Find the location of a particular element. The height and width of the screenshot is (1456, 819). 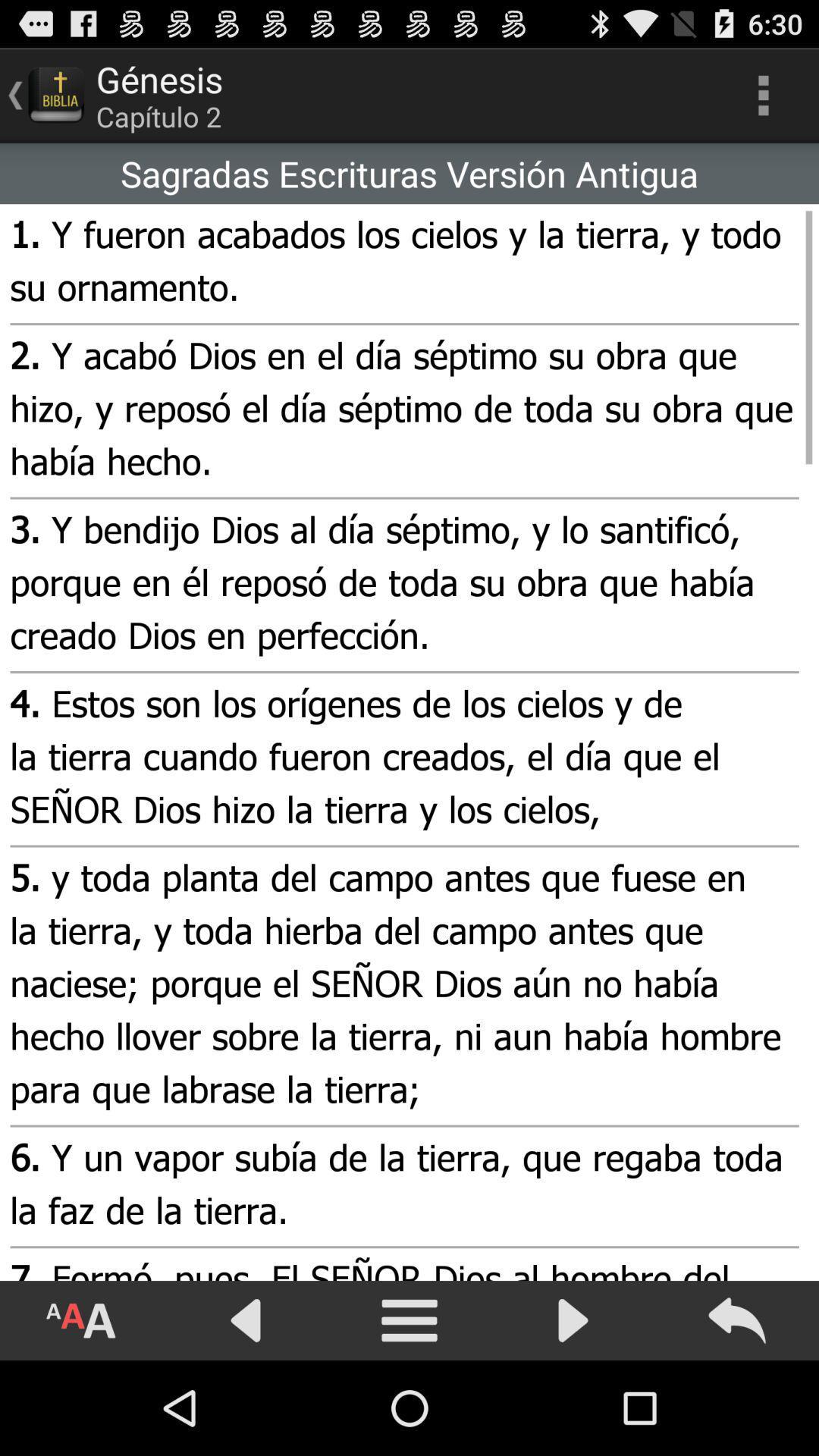

the font icon is located at coordinates (82, 1412).